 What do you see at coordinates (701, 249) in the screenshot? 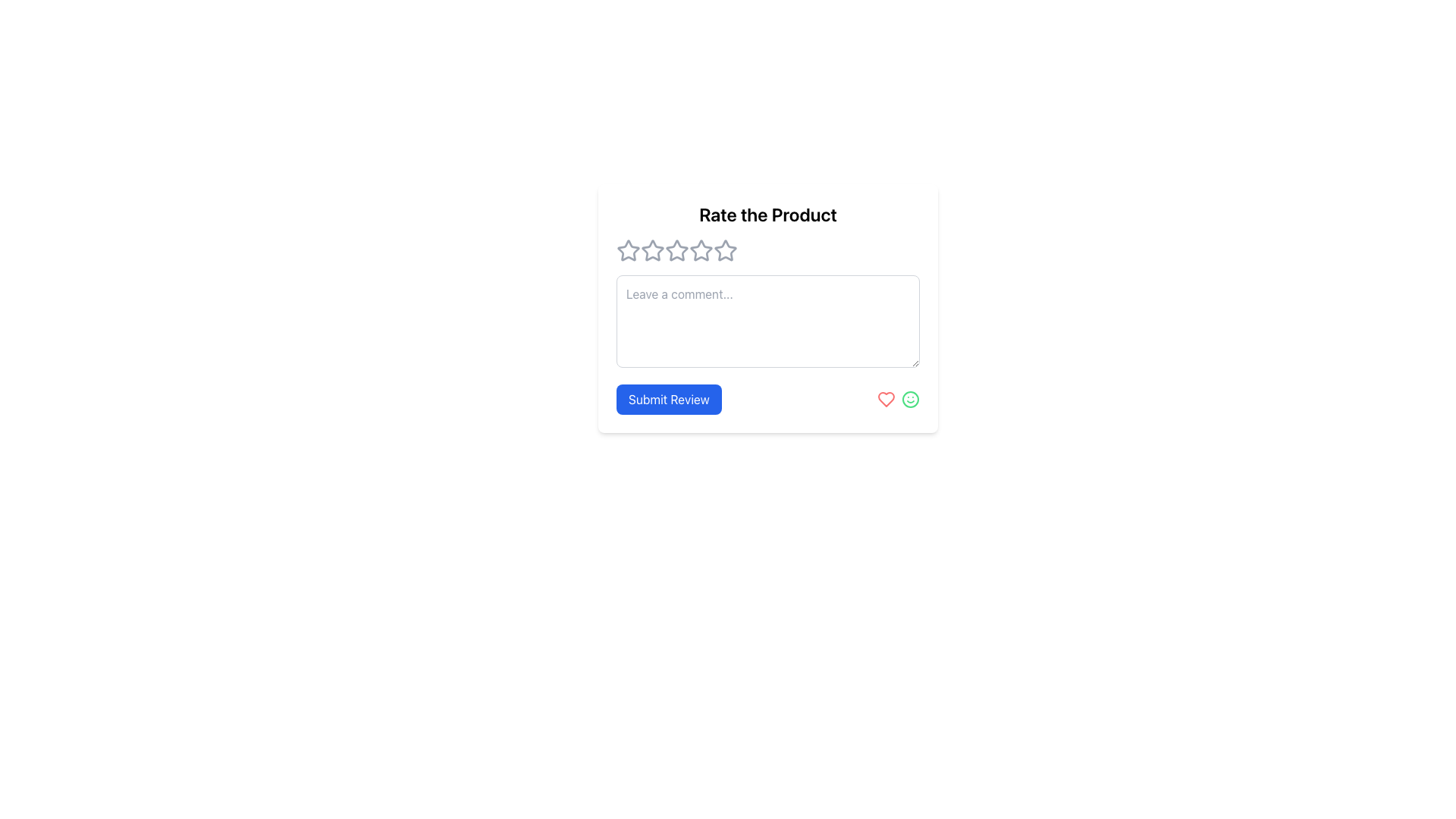
I see `the second star icon in the rating row, which is outlined in gray and indicates its active state` at bounding box center [701, 249].